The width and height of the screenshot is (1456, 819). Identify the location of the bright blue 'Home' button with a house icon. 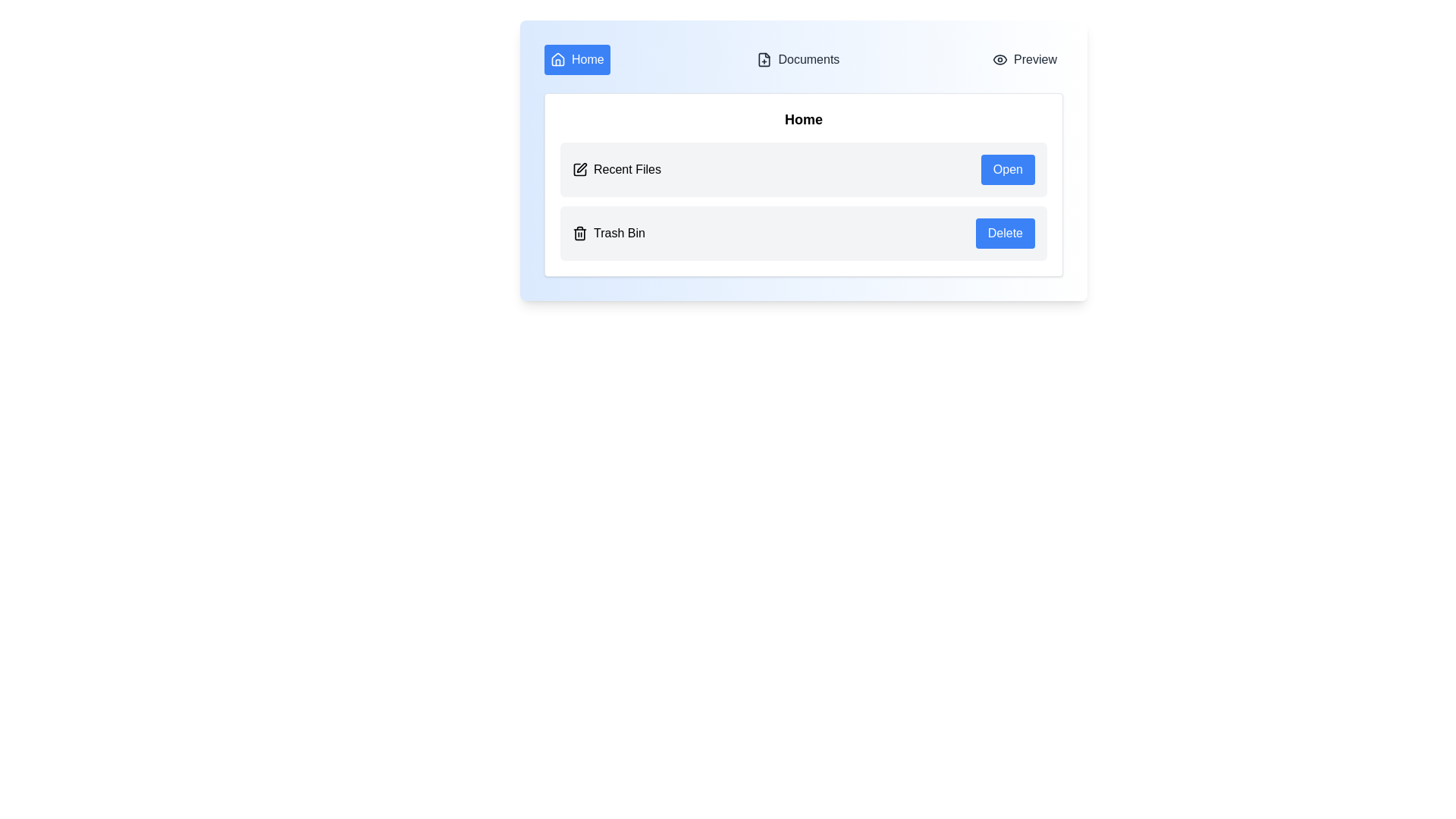
(576, 58).